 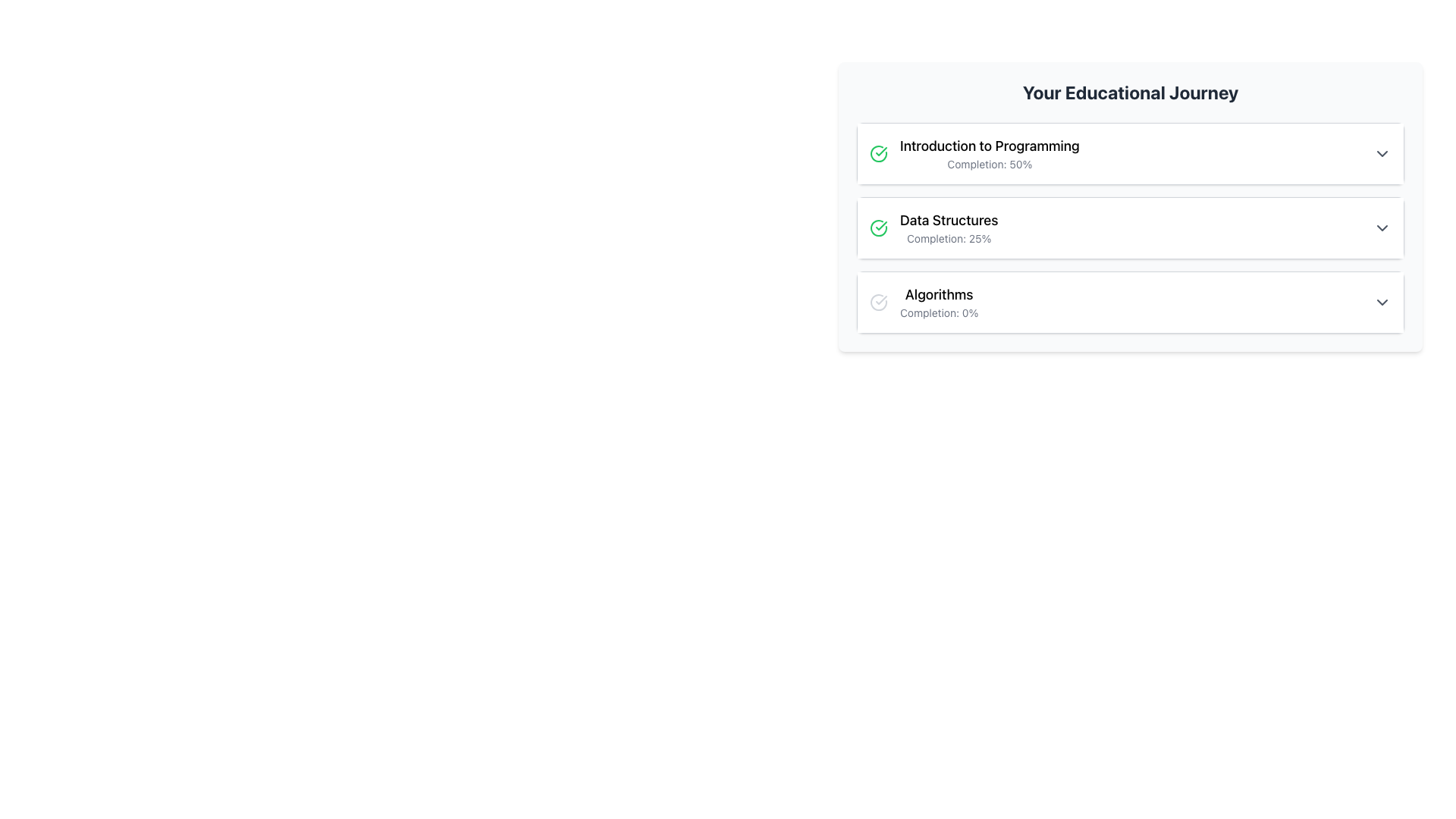 What do you see at coordinates (1131, 227) in the screenshot?
I see `the List Item representing the course titled 'Data Structures'` at bounding box center [1131, 227].